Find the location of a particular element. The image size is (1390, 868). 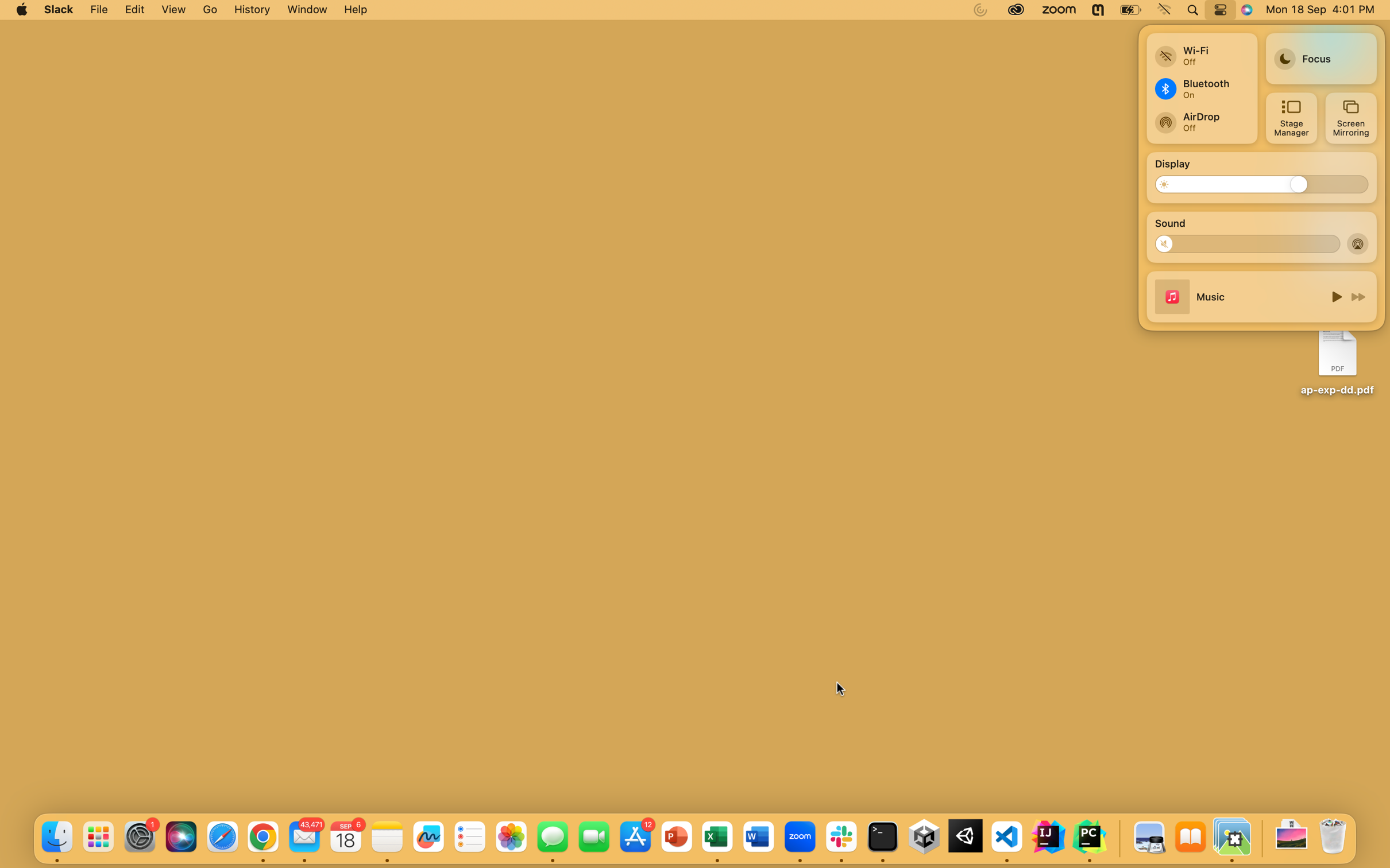

screen mirroring function is located at coordinates (1349, 118).